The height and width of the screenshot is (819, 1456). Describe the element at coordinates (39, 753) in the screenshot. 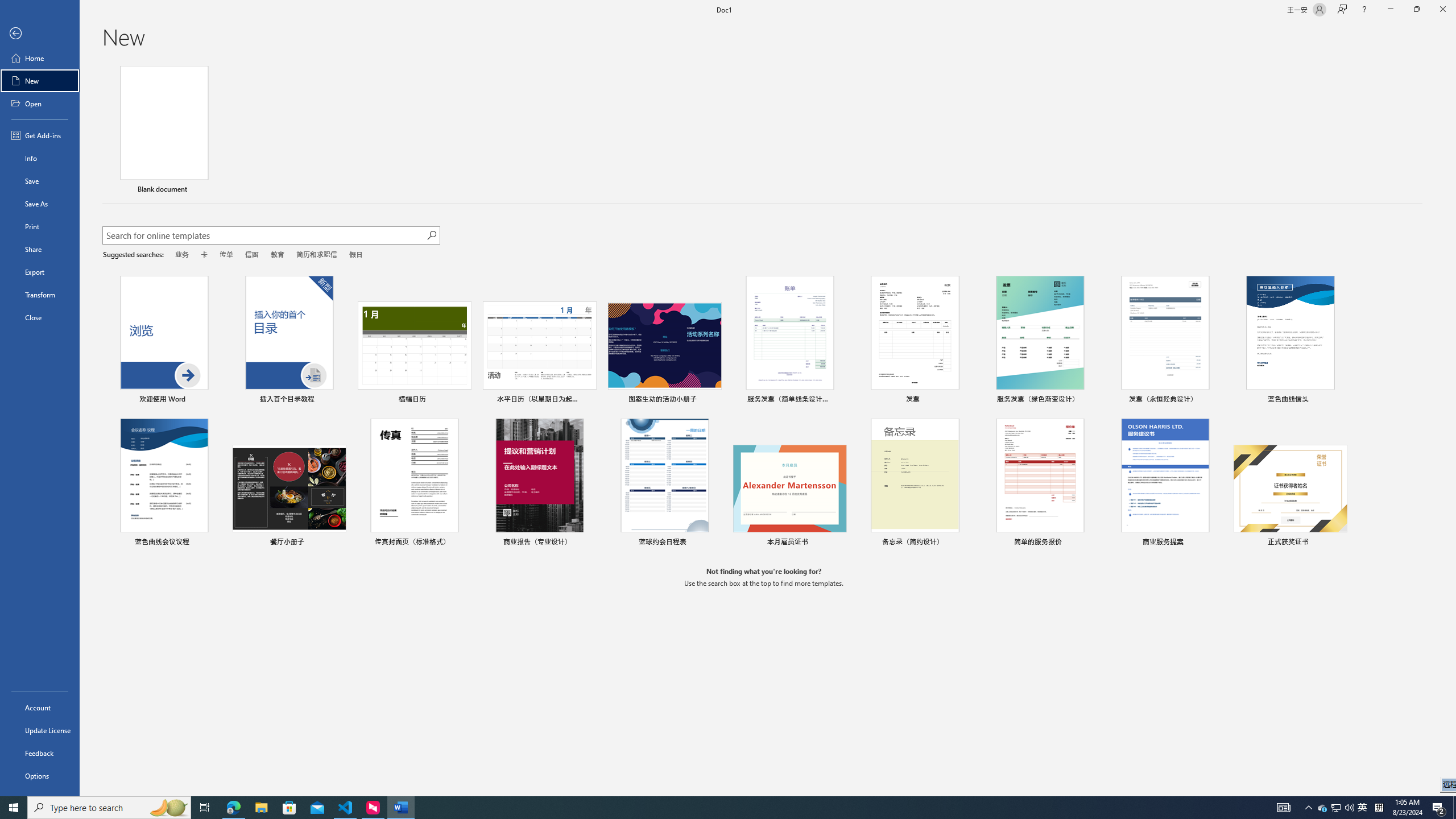

I see `'Feedback'` at that location.